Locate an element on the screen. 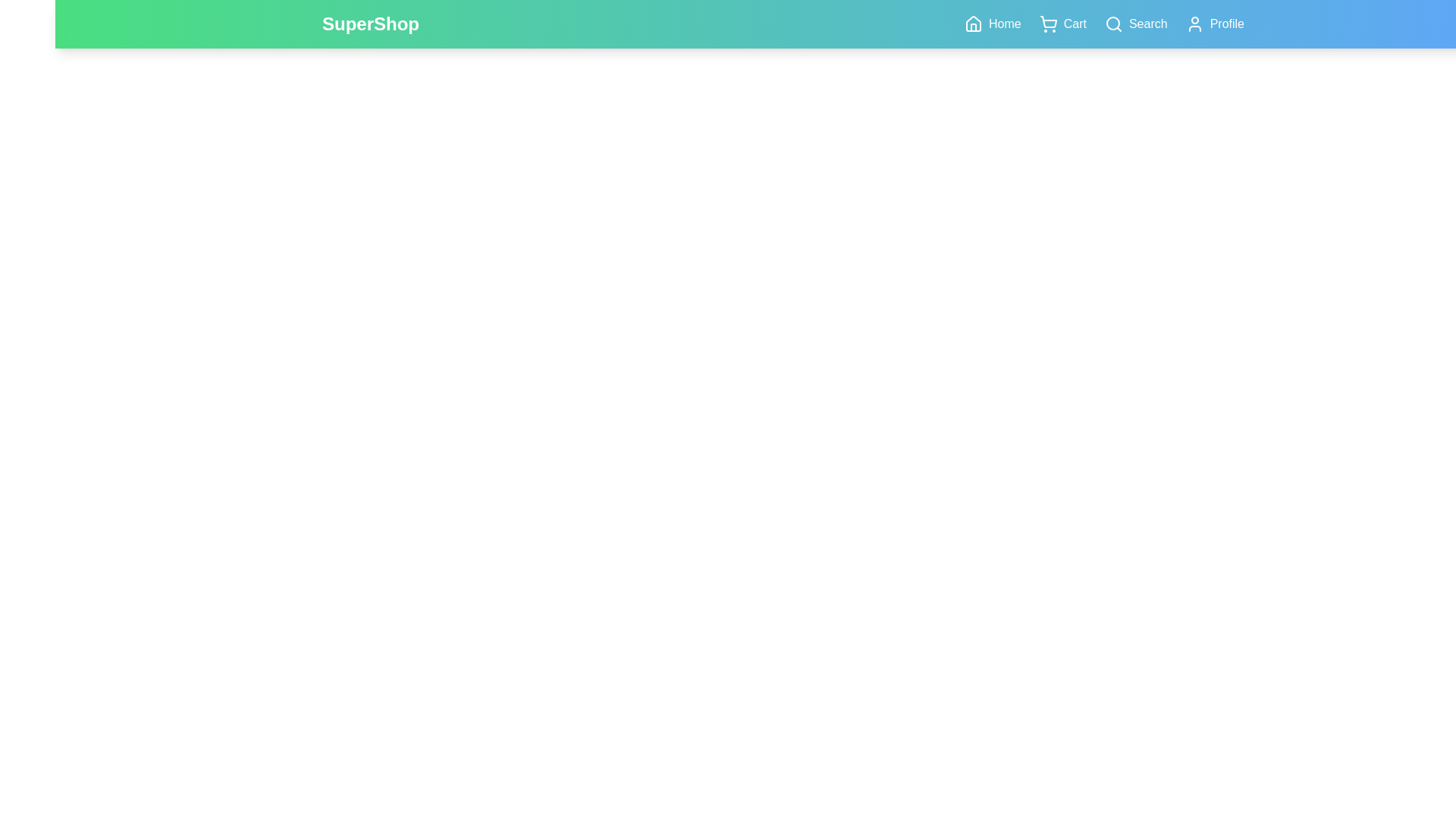 This screenshot has height=819, width=1456. the 'Cart' text label in the navigation bar is located at coordinates (1074, 24).